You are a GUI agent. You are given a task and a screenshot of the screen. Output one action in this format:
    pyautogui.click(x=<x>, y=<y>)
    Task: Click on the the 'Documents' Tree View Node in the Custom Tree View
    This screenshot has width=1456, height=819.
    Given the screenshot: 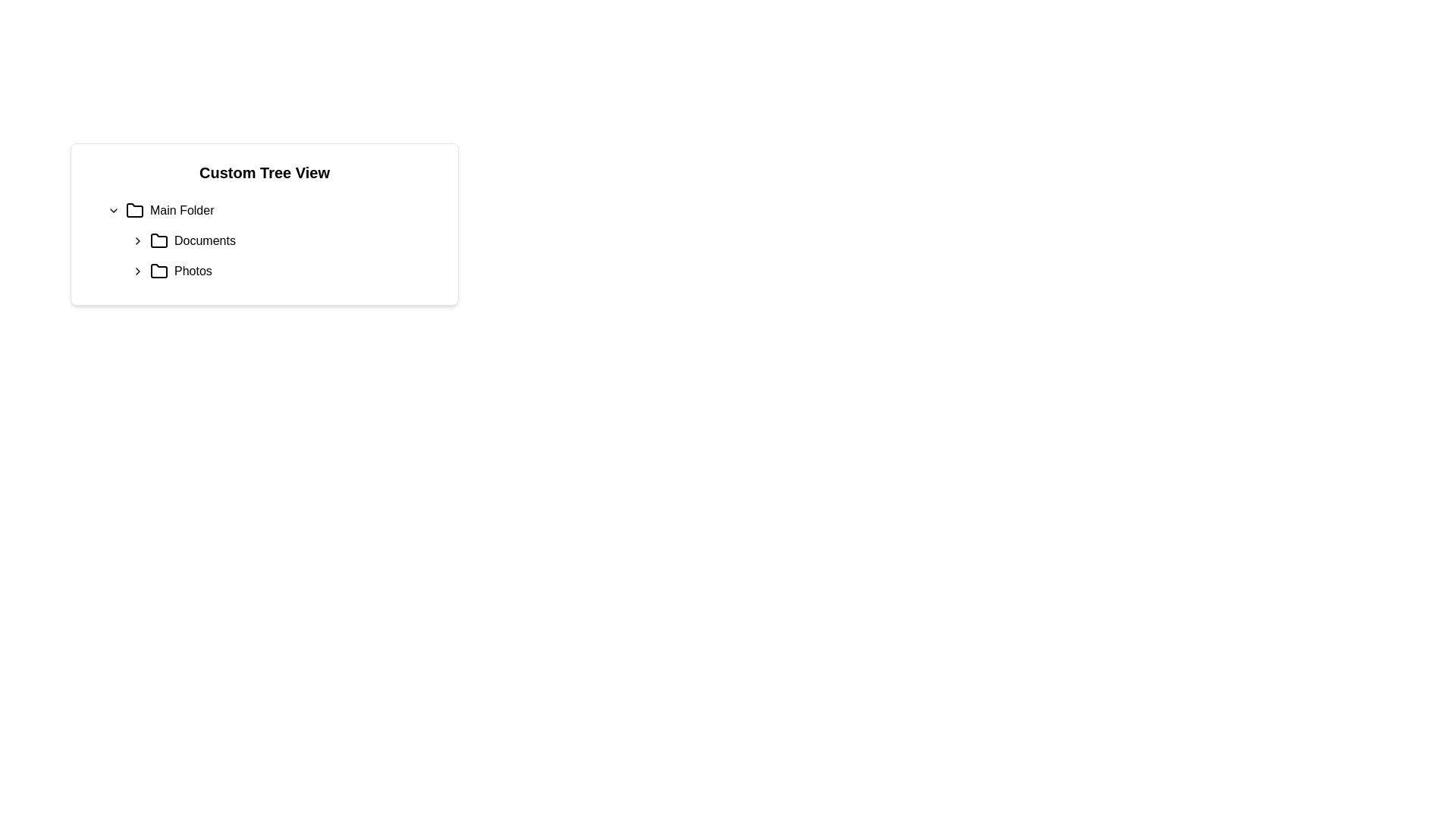 What is the action you would take?
    pyautogui.click(x=283, y=240)
    